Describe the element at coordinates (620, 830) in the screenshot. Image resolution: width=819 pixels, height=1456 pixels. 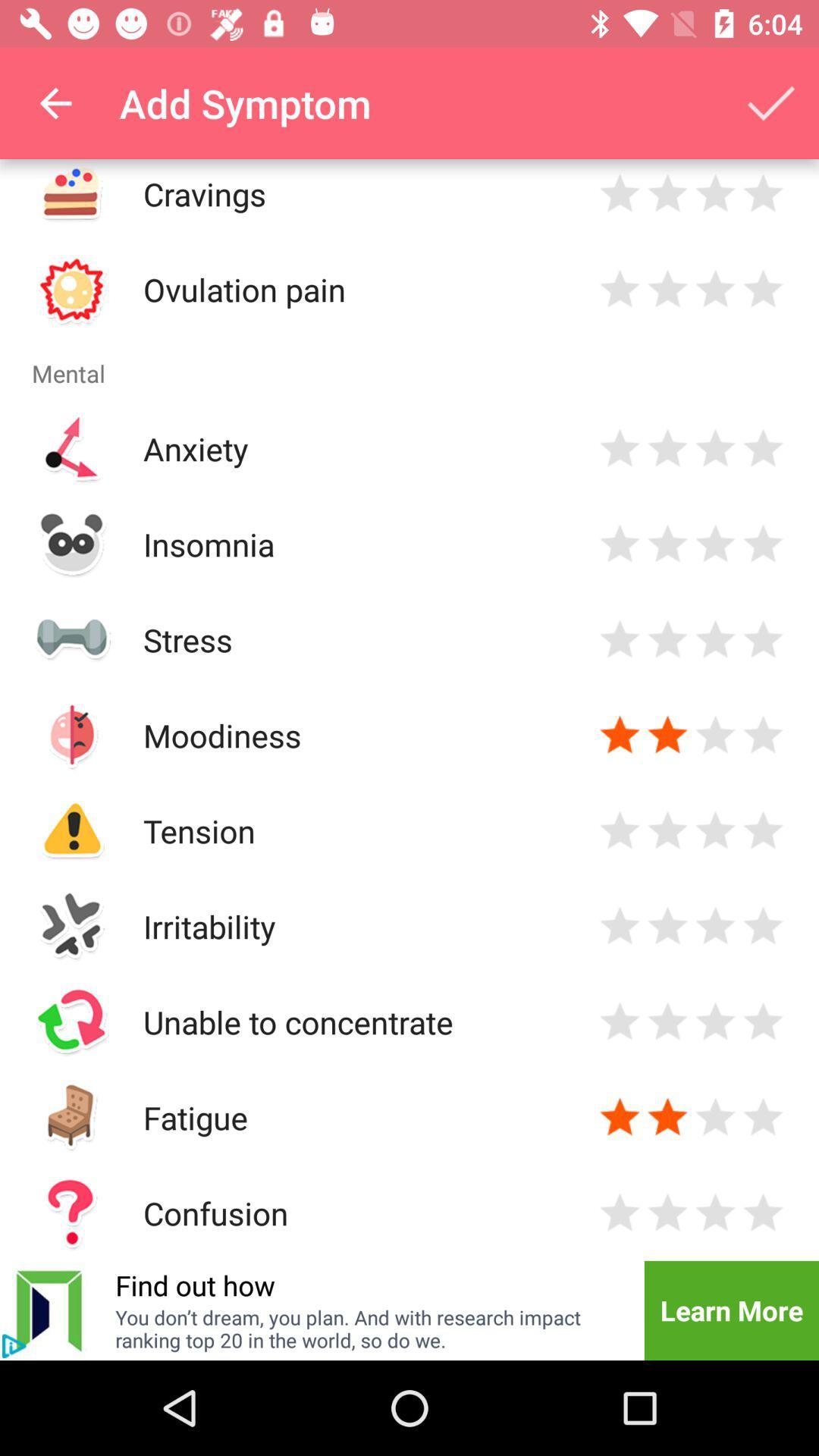
I see `rate tension` at that location.